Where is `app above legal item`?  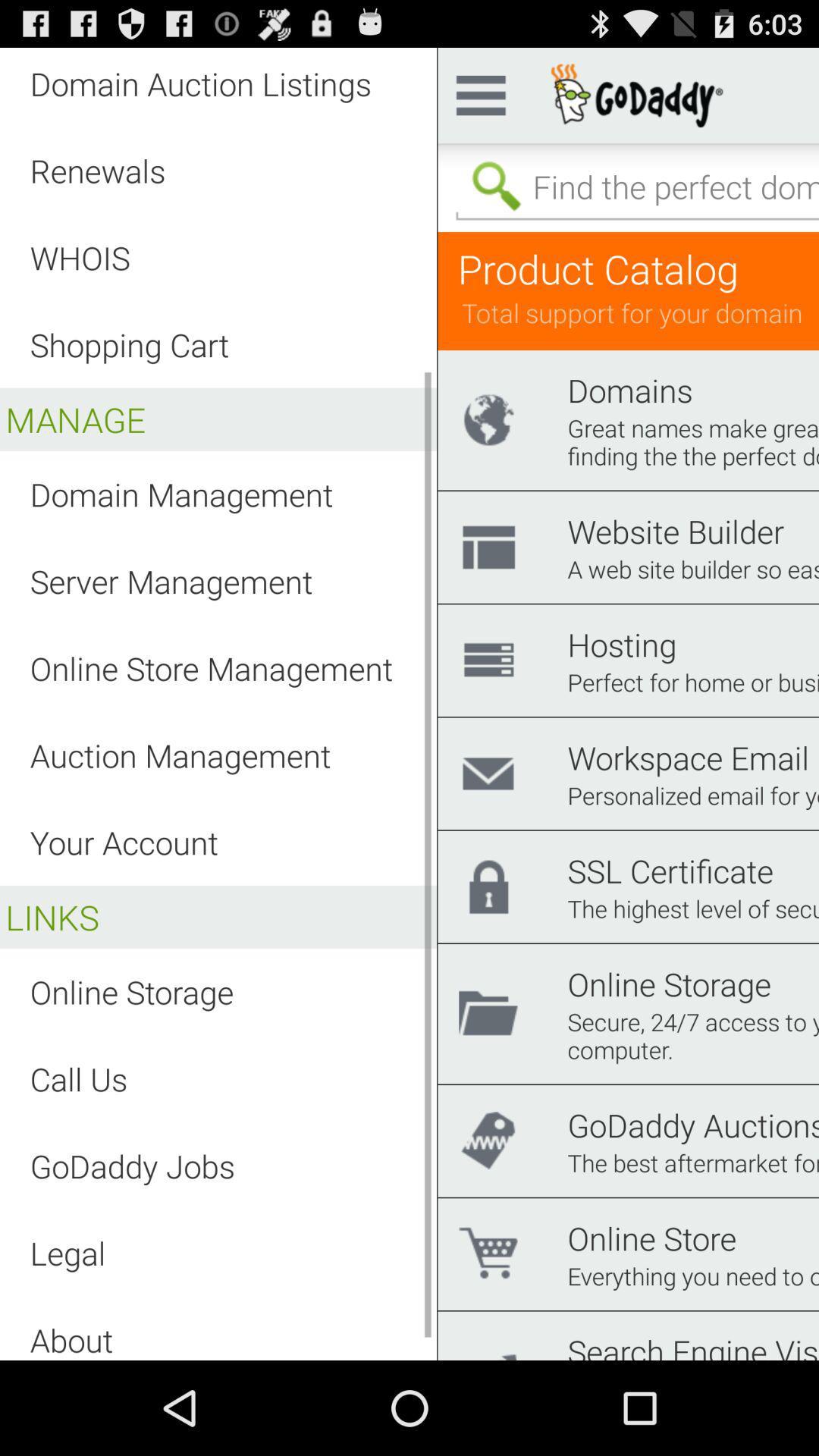 app above legal item is located at coordinates (131, 1165).